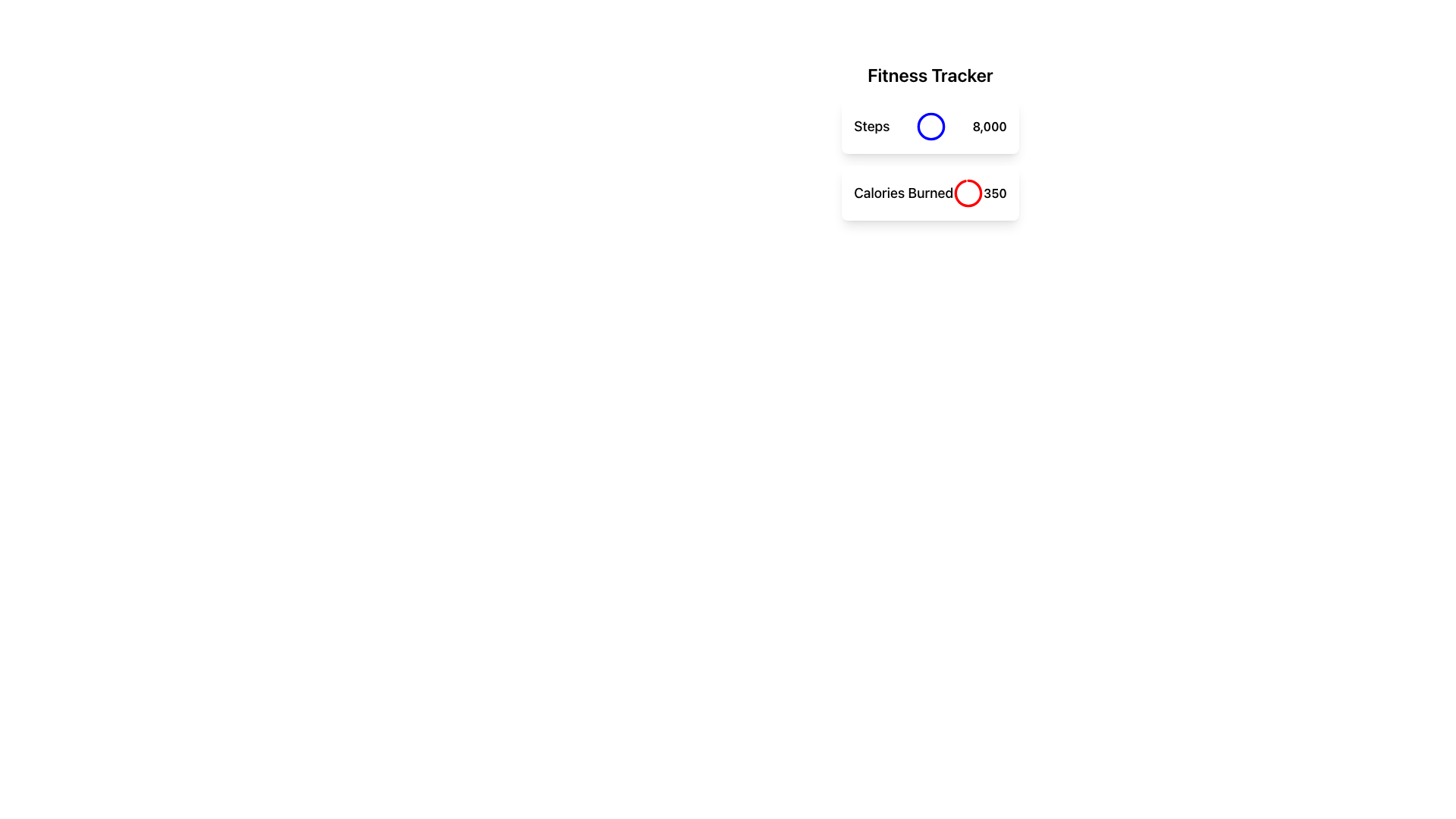  Describe the element at coordinates (930, 125) in the screenshot. I see `the Informational card displaying the user's step count of 8,000, located under the 'Fitness Tracker' header as the first card in the stacked sequence` at that location.